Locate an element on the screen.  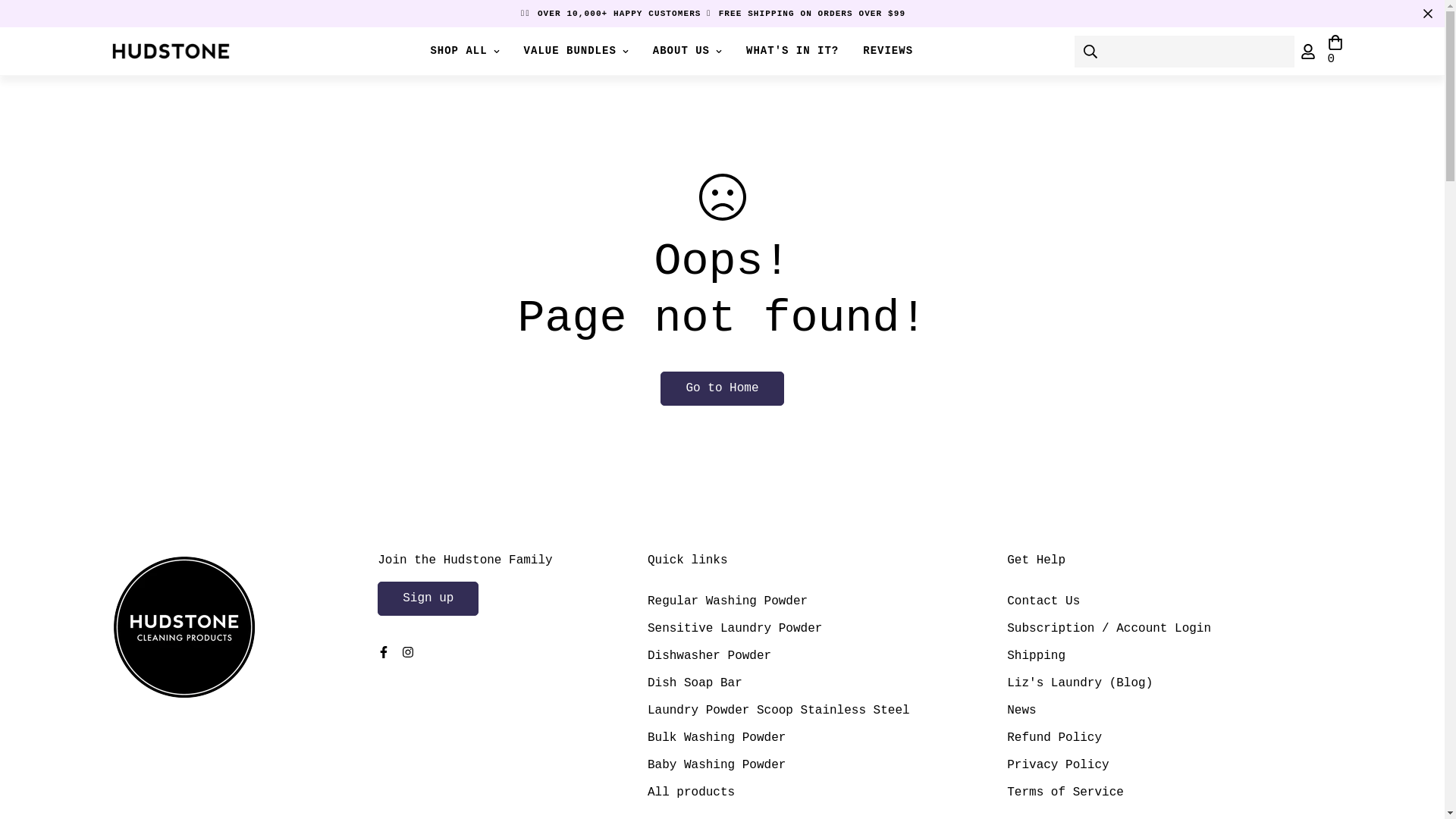
'WHAT'S IN IT?' is located at coordinates (734, 50).